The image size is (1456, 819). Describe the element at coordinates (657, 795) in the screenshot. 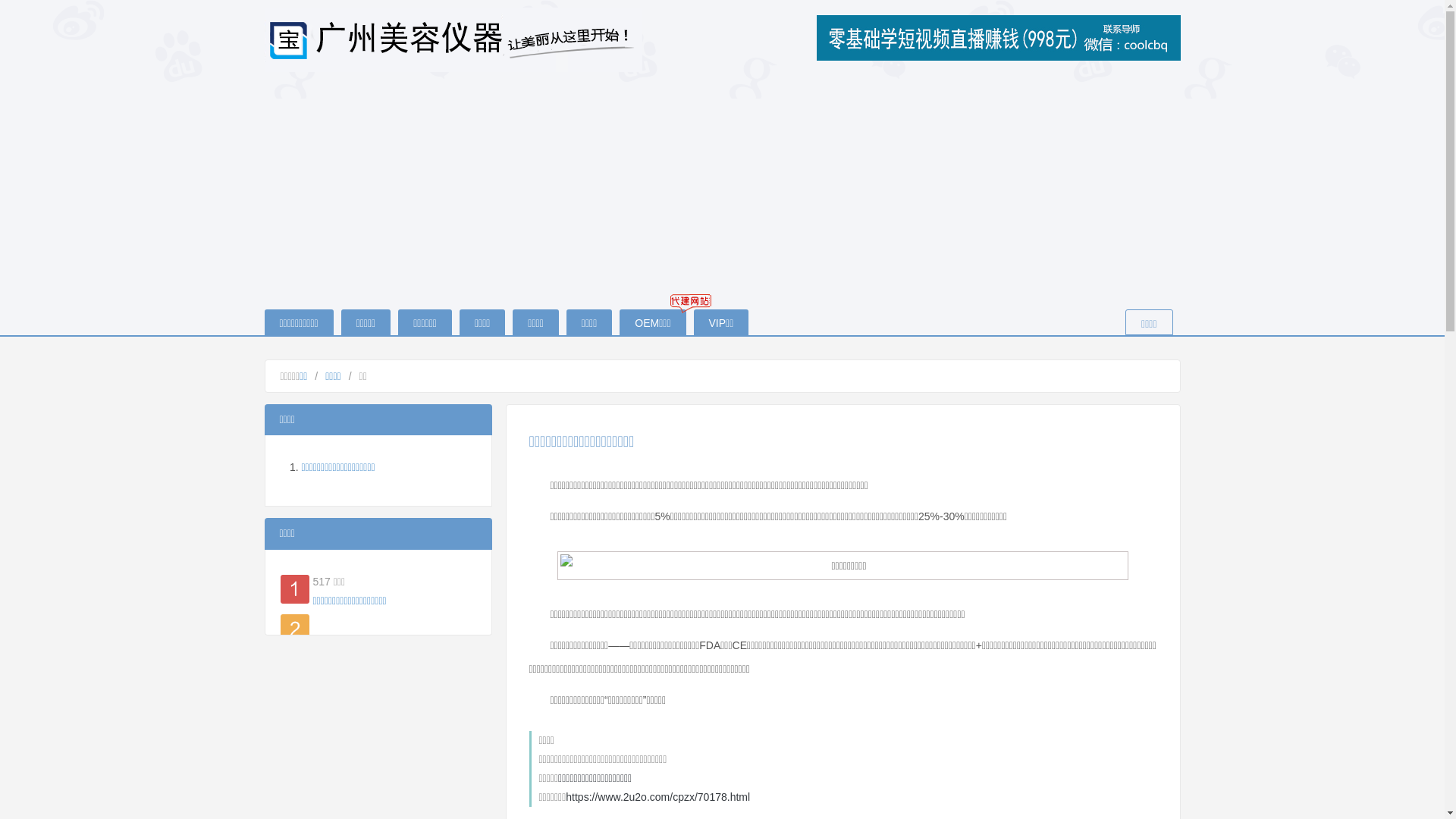

I see `'https://www.2u2o.com/cpzx/70178.html'` at that location.